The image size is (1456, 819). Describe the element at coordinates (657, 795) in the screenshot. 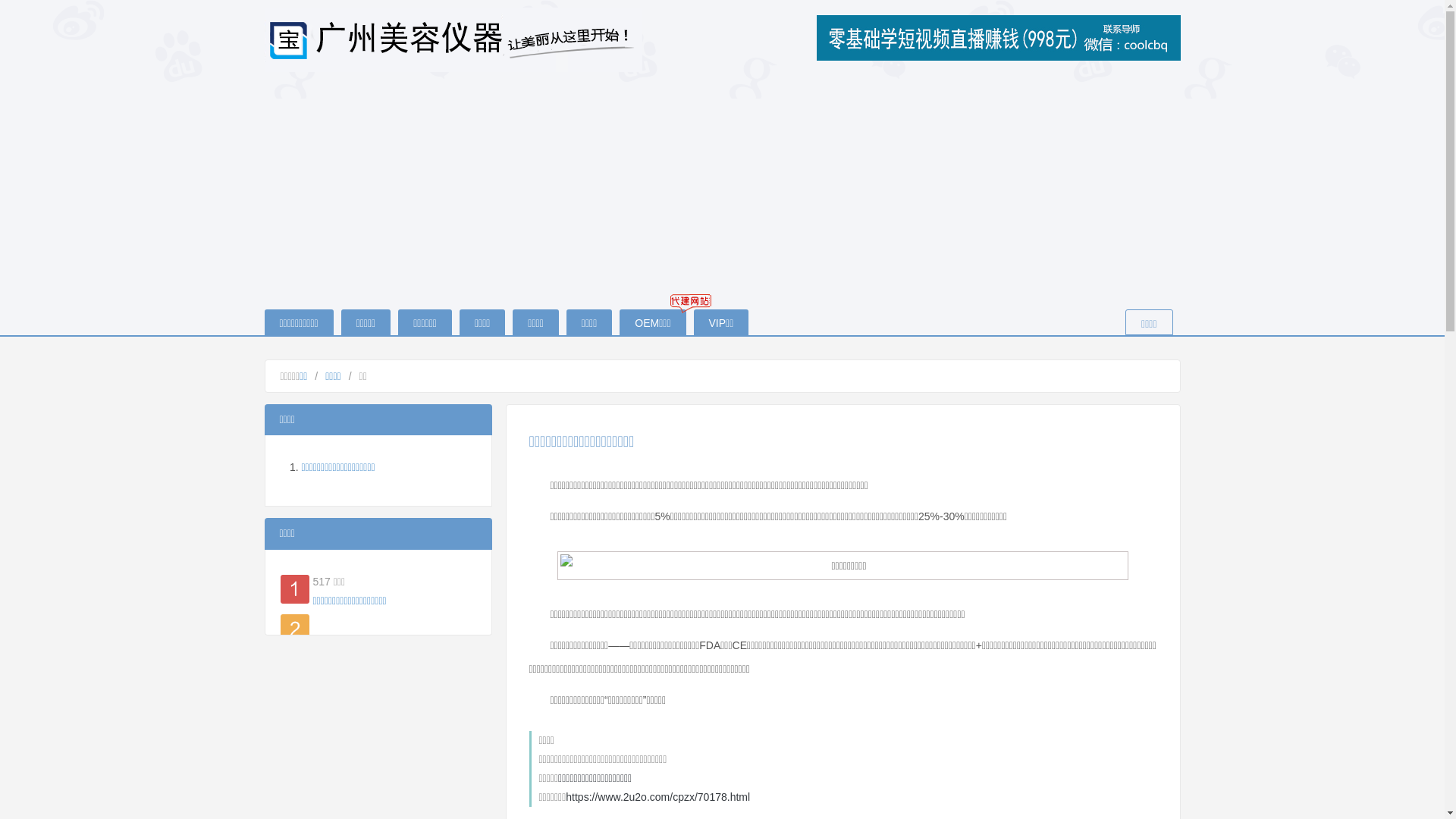

I see `'https://www.2u2o.com/cpzx/70178.html'` at that location.